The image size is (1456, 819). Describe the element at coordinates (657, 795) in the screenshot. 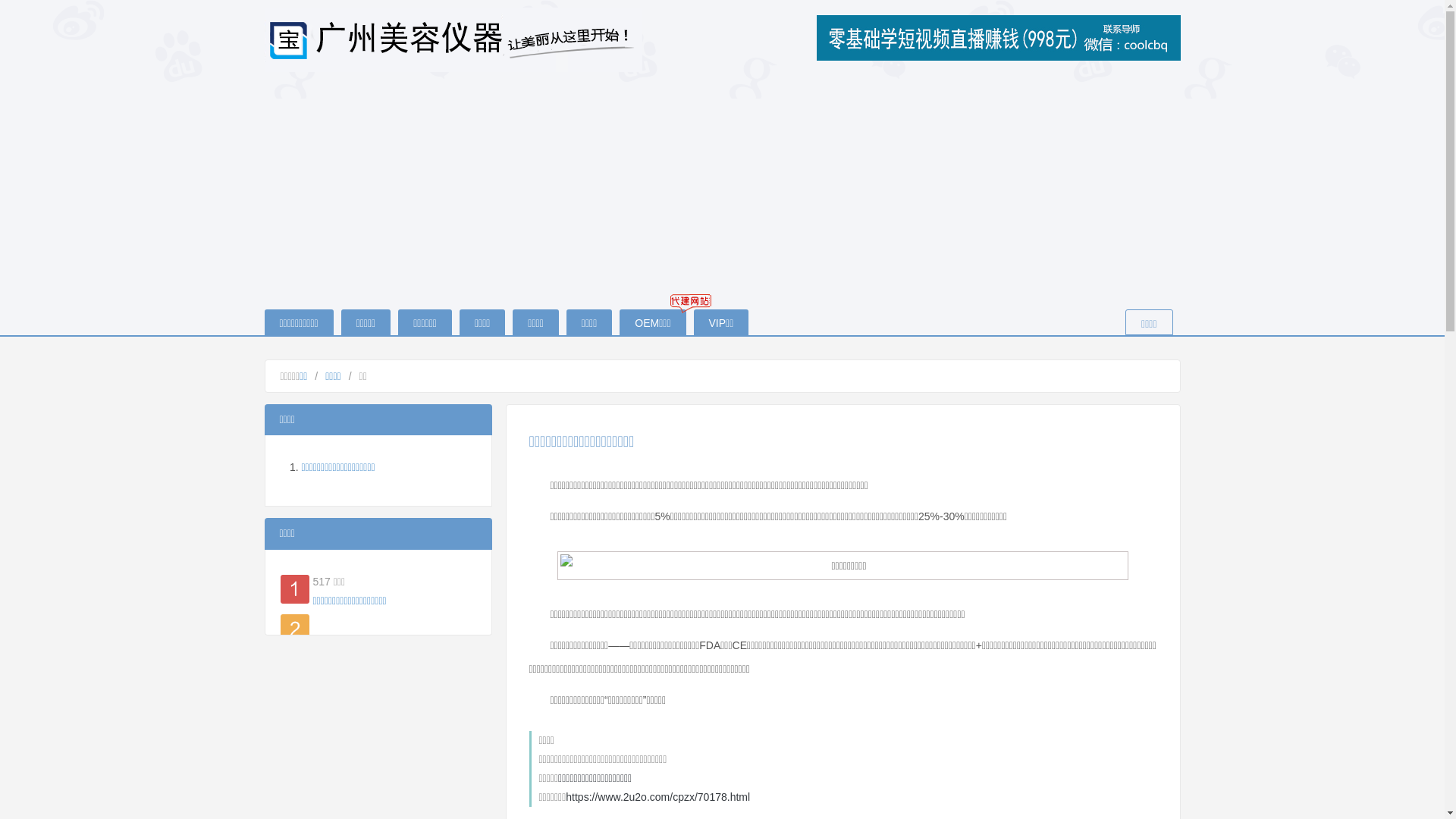

I see `'https://www.2u2o.com/cpzx/70178.html'` at that location.